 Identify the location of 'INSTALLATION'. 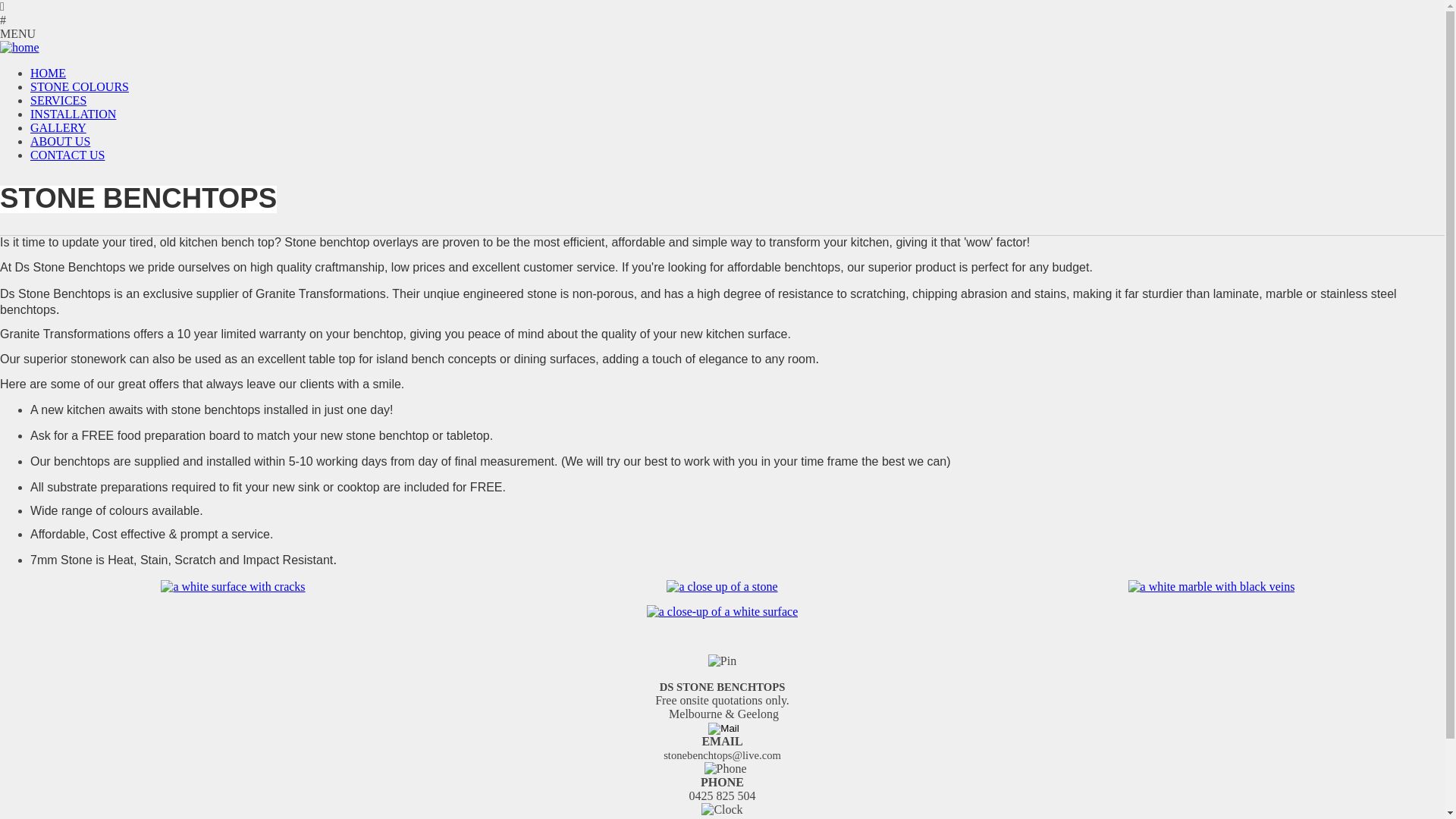
(72, 113).